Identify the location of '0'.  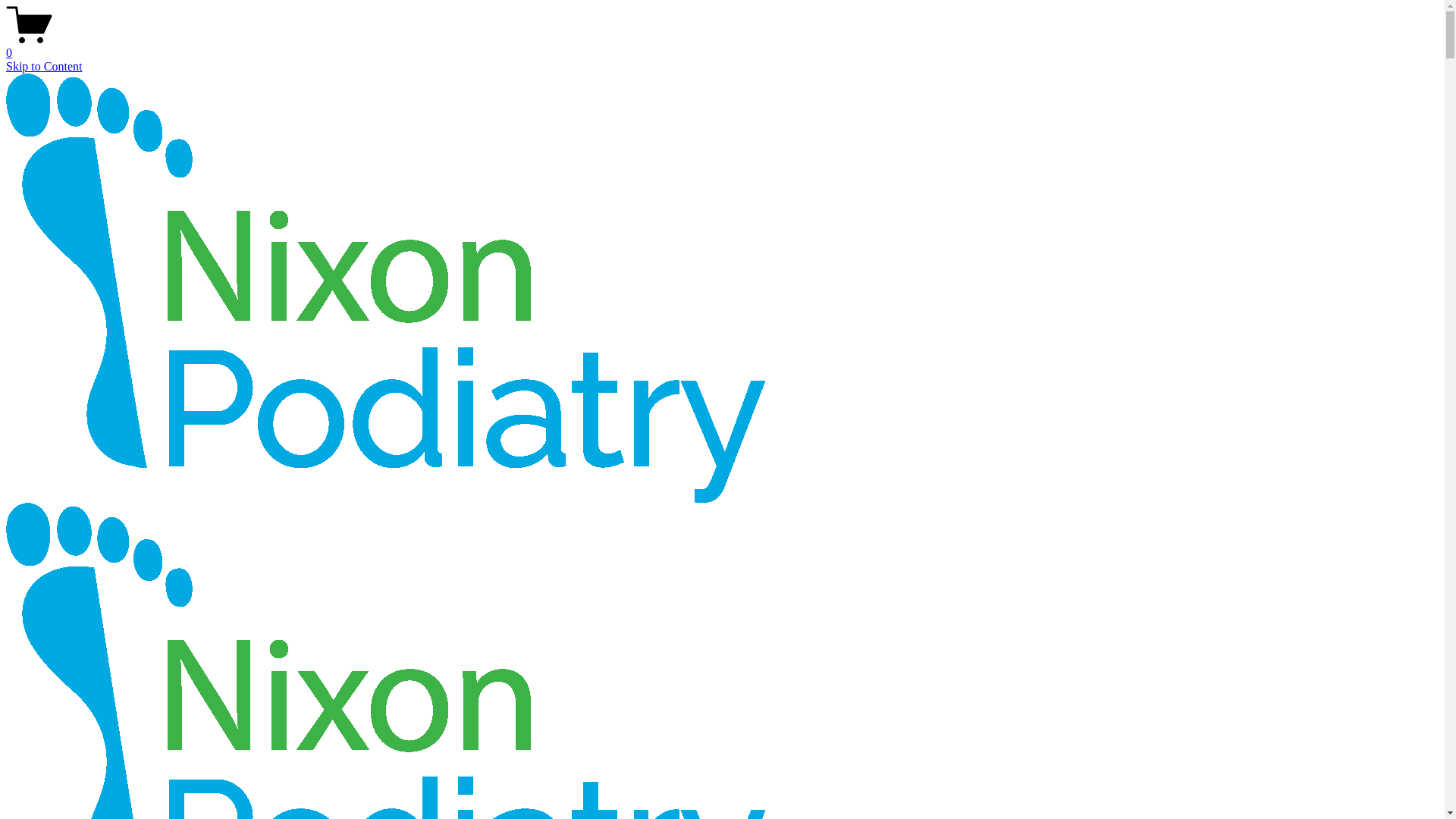
(721, 45).